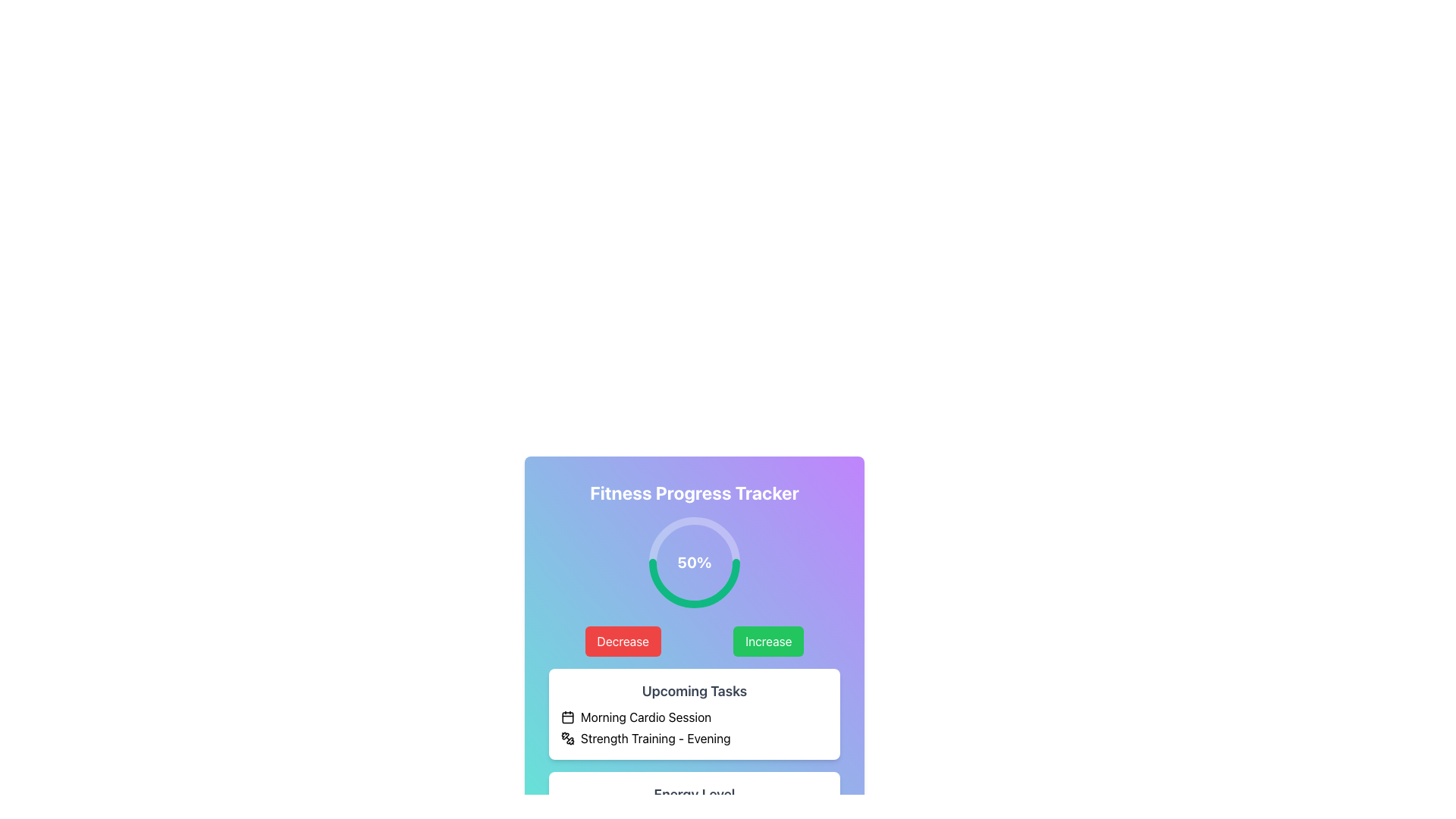 The width and height of the screenshot is (1456, 819). I want to click on the text element that displays the progress percentage, which is centrally positioned within a circular progress indicator above the 'Decrease' and 'Increase' buttons, so click(694, 562).